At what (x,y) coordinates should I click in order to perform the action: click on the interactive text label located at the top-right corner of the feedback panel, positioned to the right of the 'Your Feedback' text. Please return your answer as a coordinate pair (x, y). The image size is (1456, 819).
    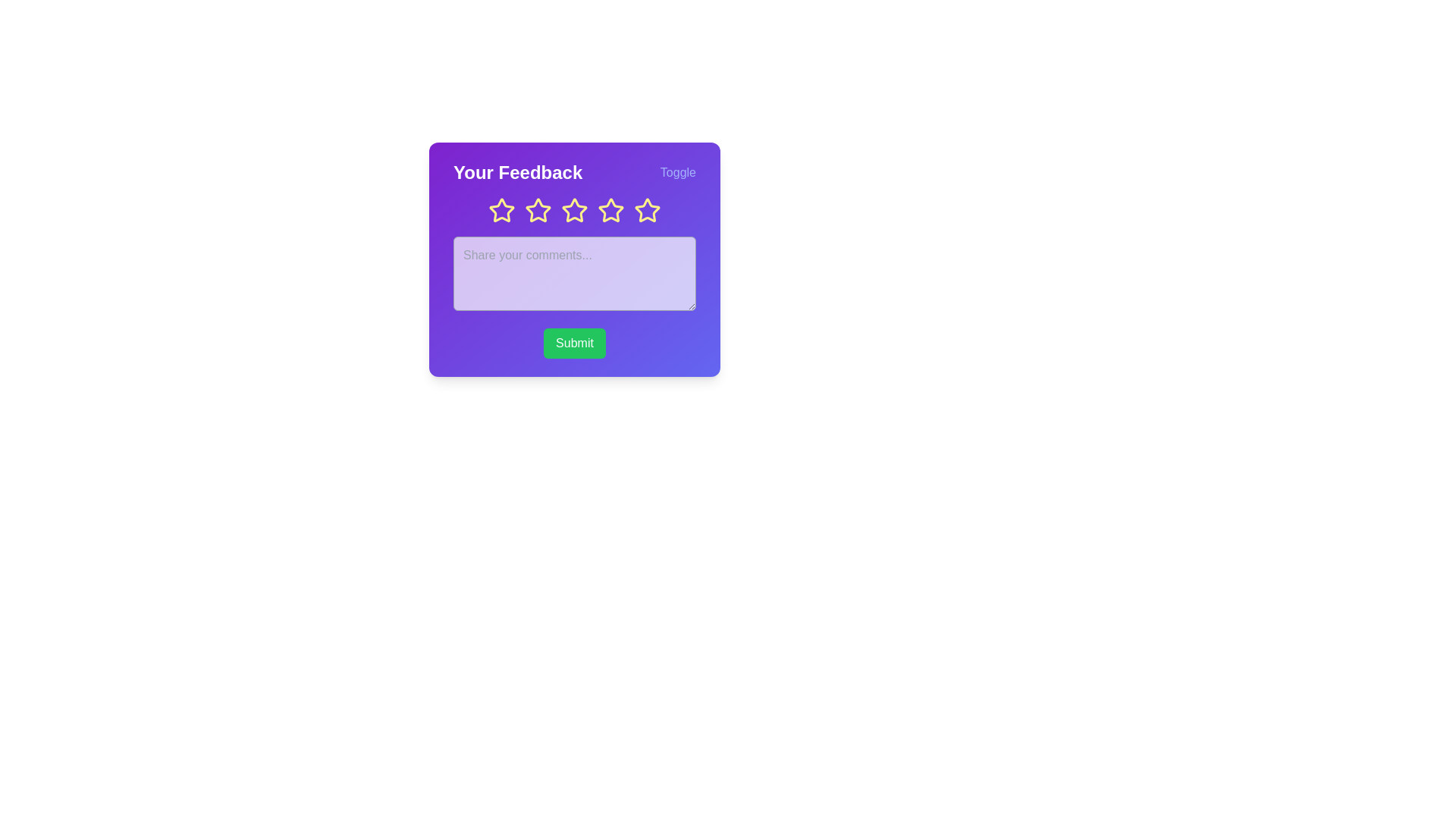
    Looking at the image, I should click on (677, 171).